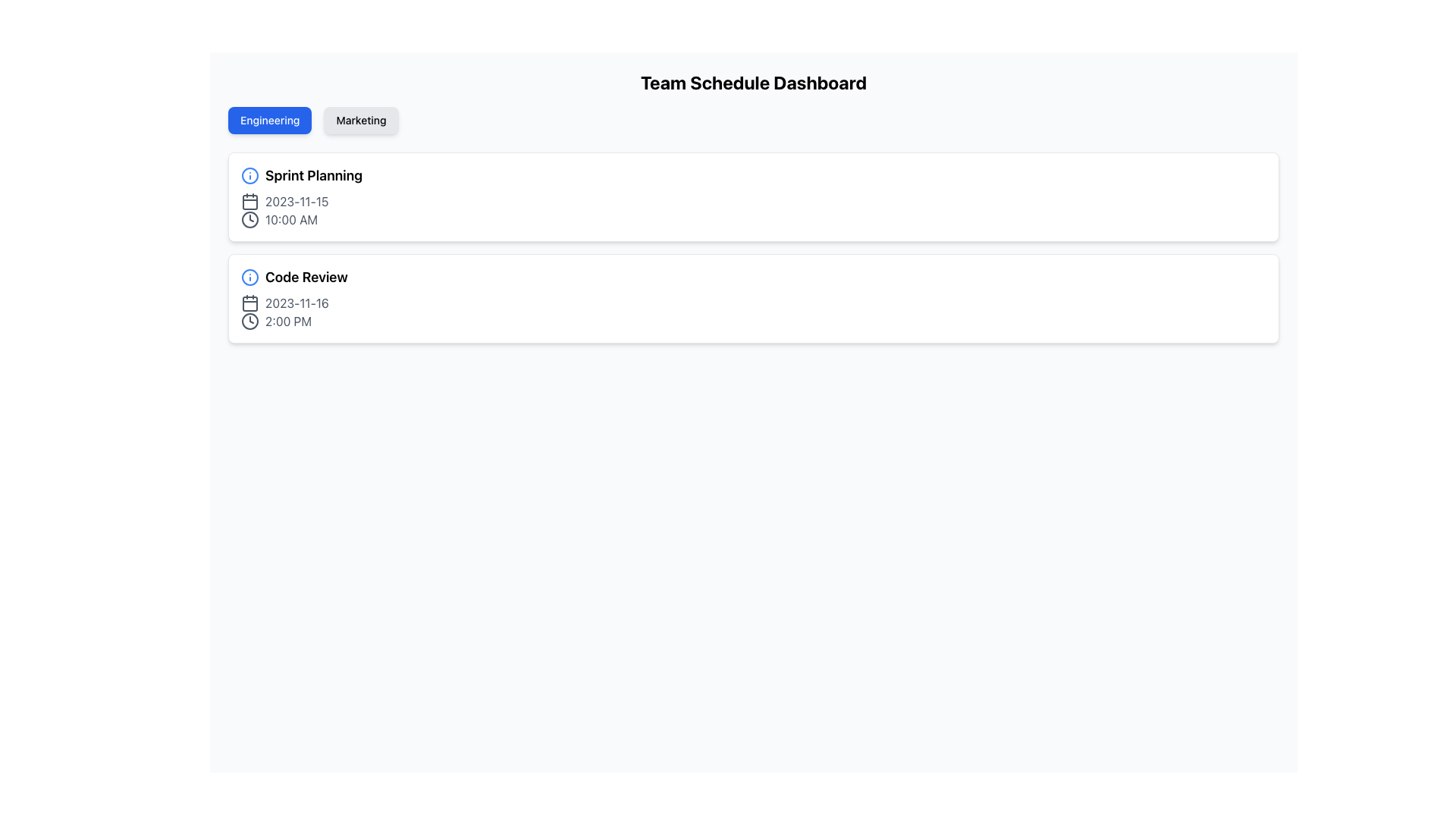  What do you see at coordinates (250, 219) in the screenshot?
I see `the clock icon representing the time for the 'Sprint Planning' event, located to the left of the text '10:00 AM'` at bounding box center [250, 219].